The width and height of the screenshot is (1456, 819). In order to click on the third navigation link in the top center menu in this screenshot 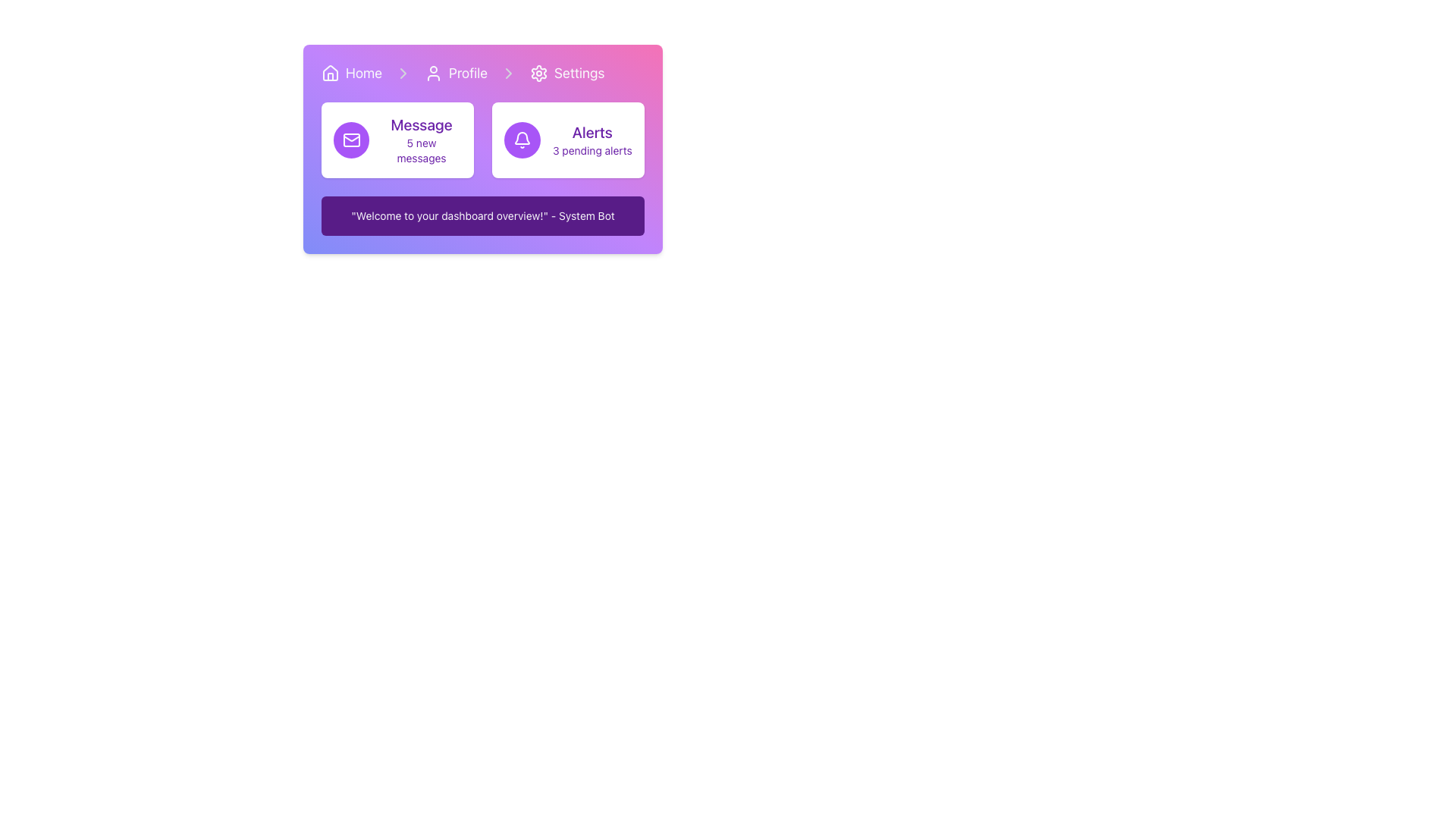, I will do `click(566, 73)`.